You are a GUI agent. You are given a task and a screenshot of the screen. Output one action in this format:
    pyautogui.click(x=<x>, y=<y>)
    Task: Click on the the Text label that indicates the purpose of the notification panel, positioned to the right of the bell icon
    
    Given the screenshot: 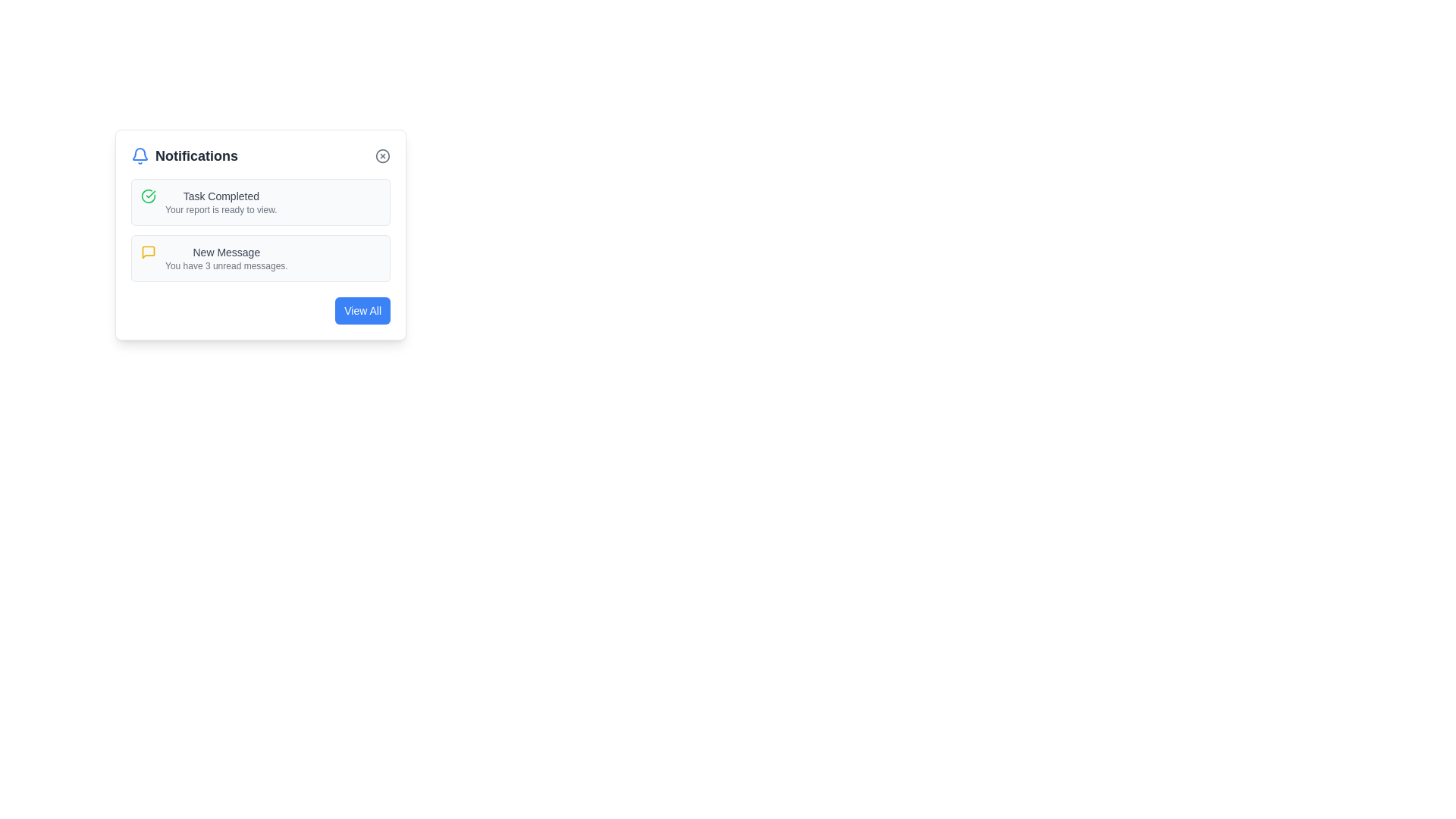 What is the action you would take?
    pyautogui.click(x=196, y=155)
    